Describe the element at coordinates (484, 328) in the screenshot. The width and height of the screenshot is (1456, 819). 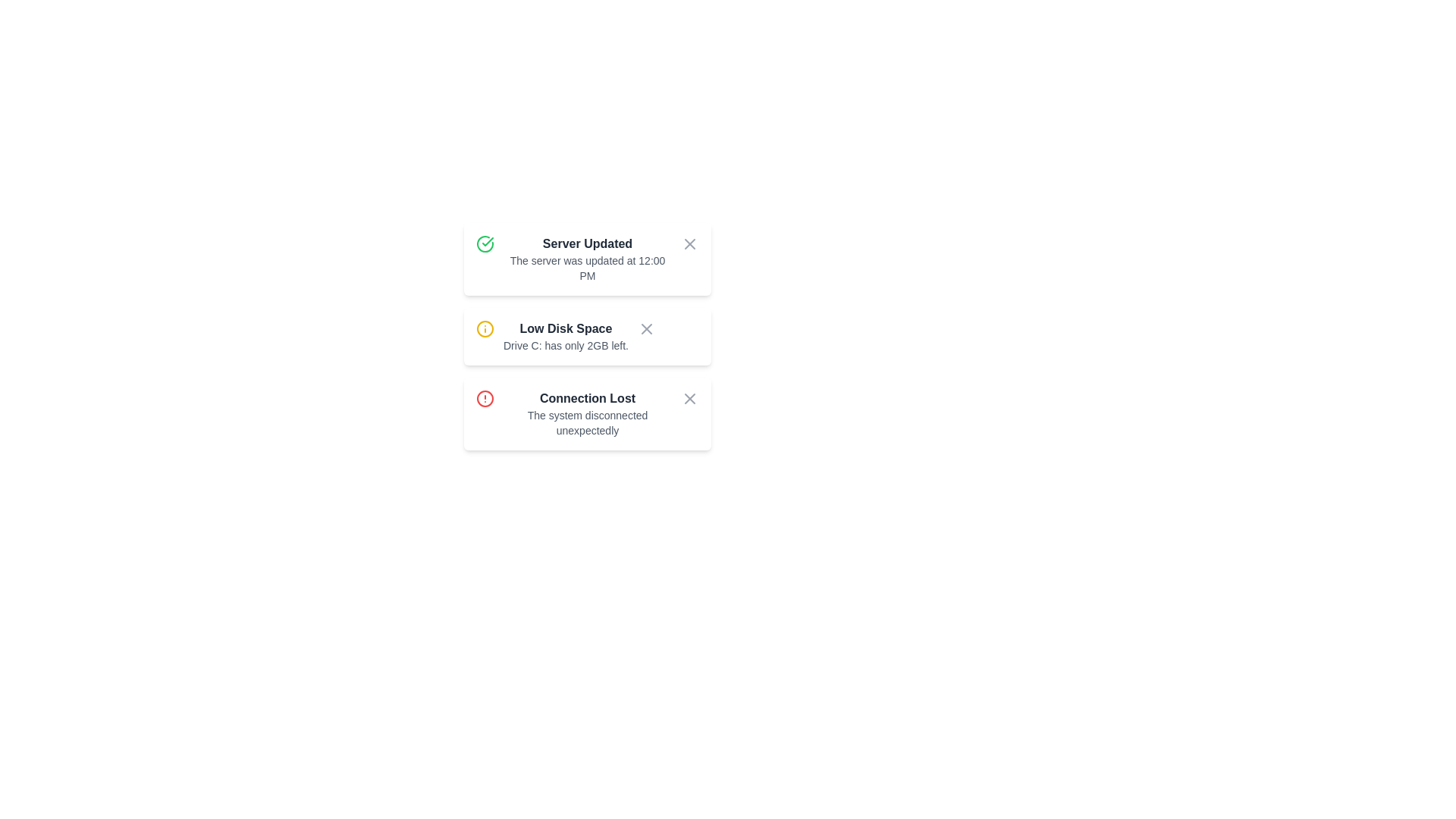
I see `the circular yellow icon within the 'Low Disk Space' notification block, which is the second notification in the list` at that location.